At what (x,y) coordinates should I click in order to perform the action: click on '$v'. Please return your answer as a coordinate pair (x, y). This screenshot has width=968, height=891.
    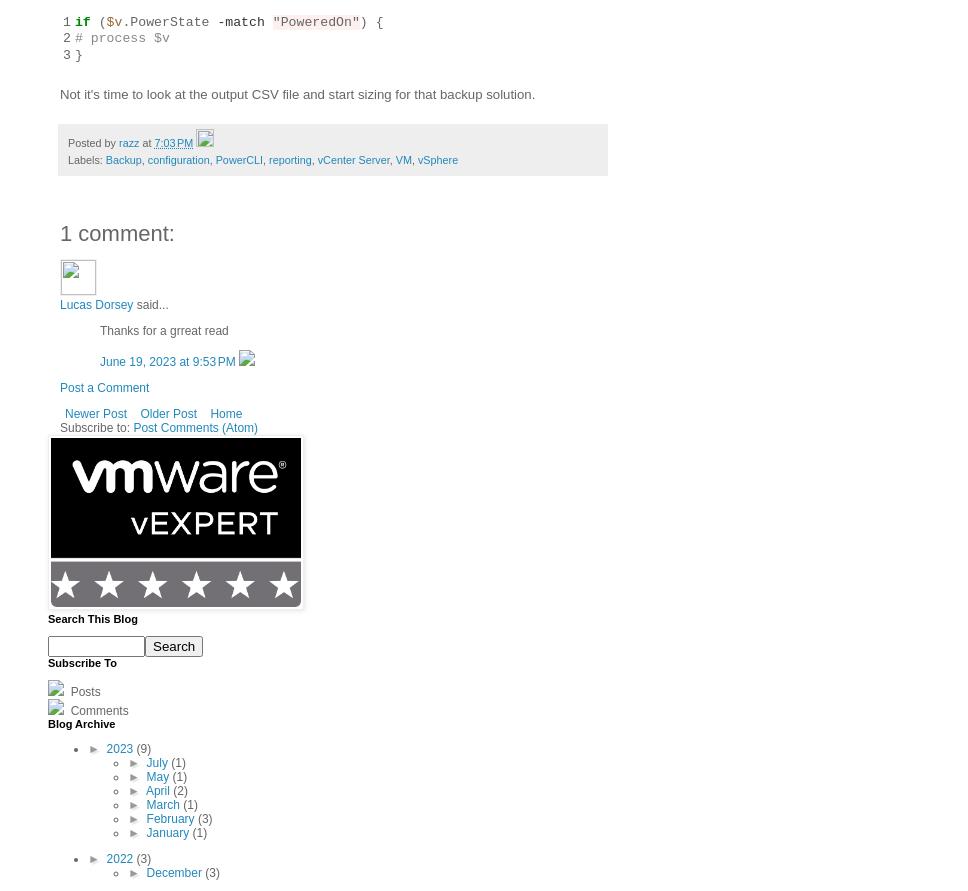
    Looking at the image, I should click on (114, 21).